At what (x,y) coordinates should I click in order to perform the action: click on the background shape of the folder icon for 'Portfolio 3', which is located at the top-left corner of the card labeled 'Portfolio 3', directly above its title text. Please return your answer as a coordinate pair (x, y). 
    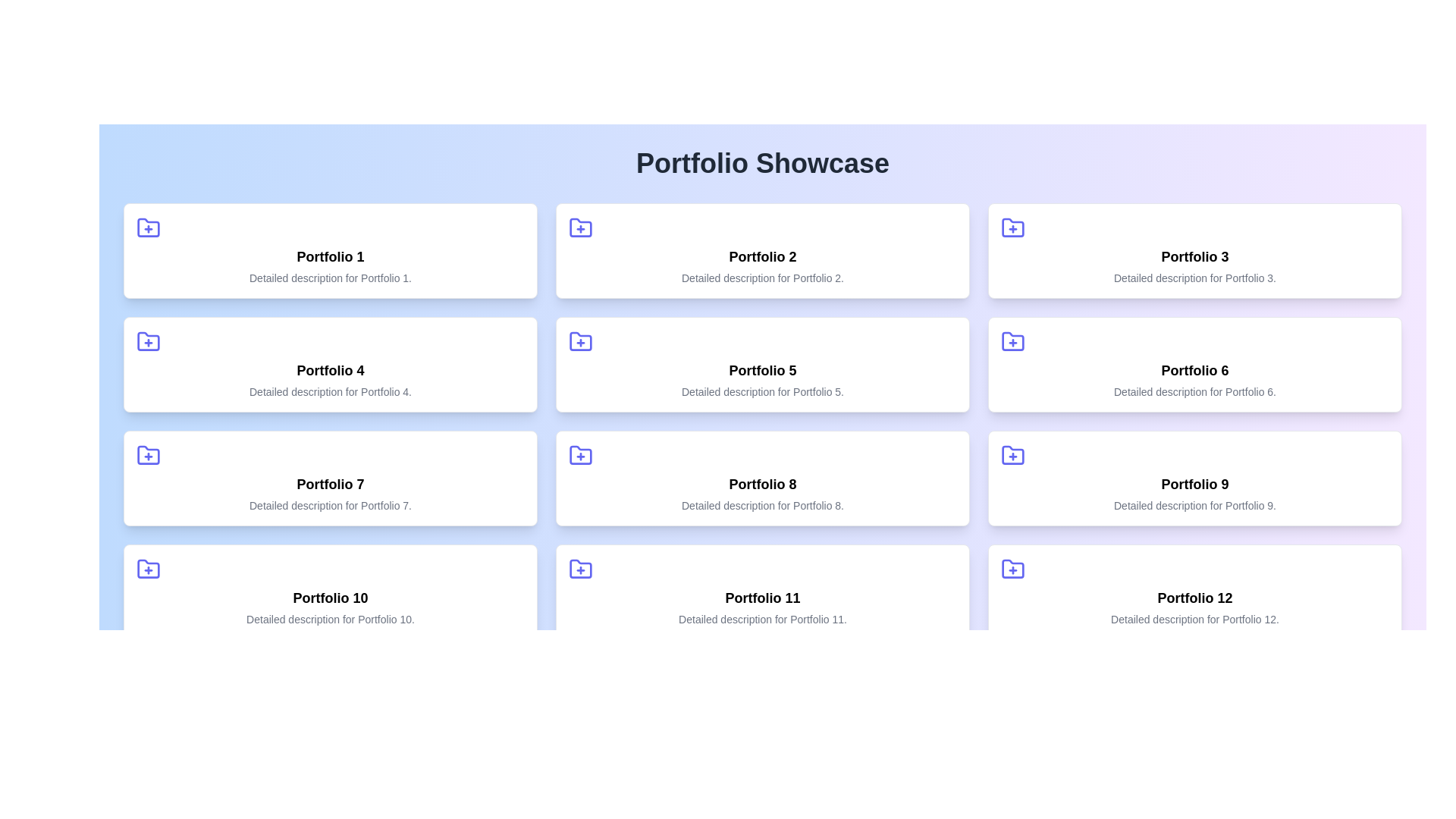
    Looking at the image, I should click on (1012, 227).